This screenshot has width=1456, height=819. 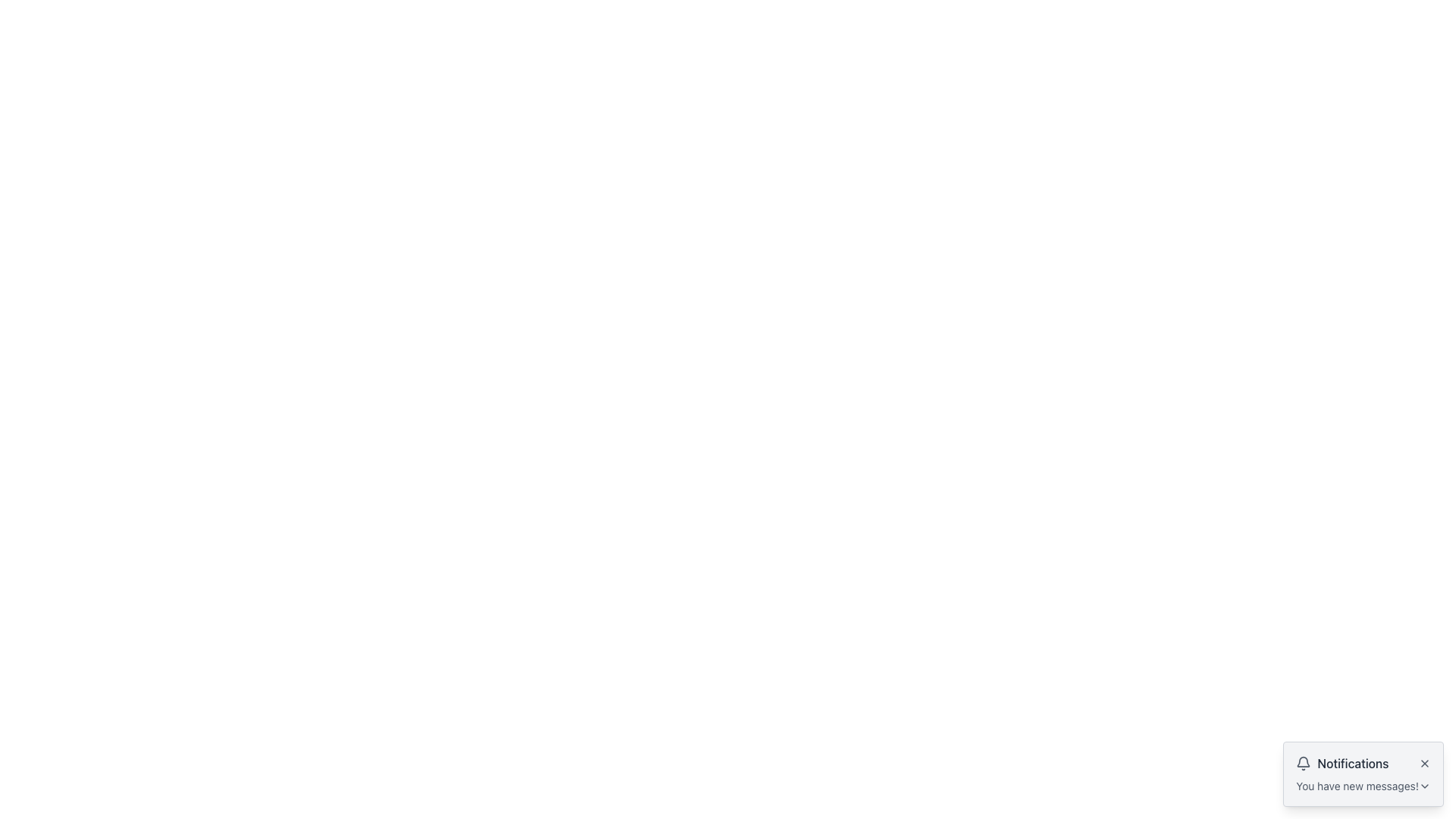 I want to click on the 'Notifications' label, which is styled with a medium-weight font in dark gray and has a bell icon to its left, so click(x=1342, y=763).